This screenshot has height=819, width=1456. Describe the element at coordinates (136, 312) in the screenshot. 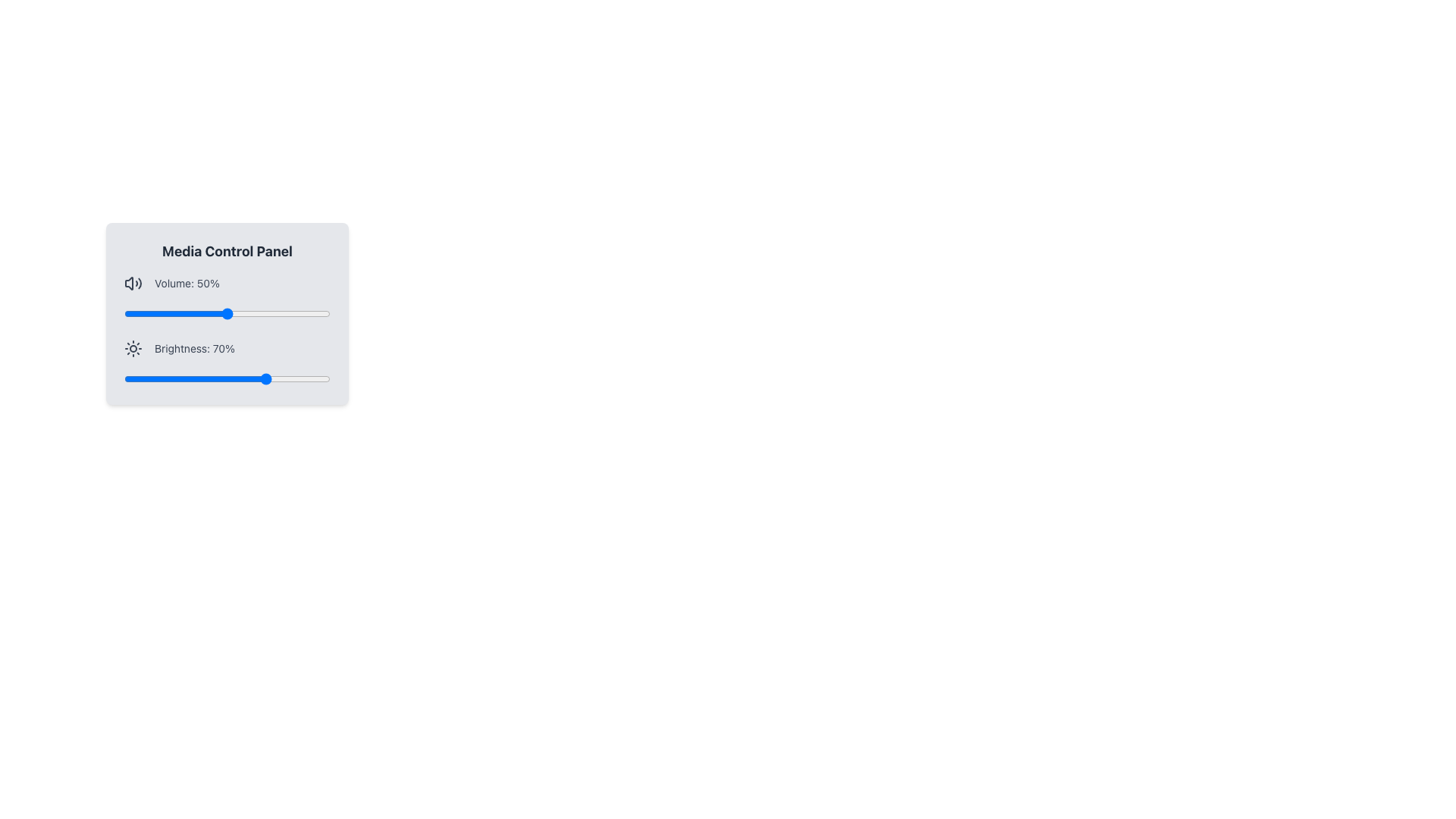

I see `the slider value` at that location.